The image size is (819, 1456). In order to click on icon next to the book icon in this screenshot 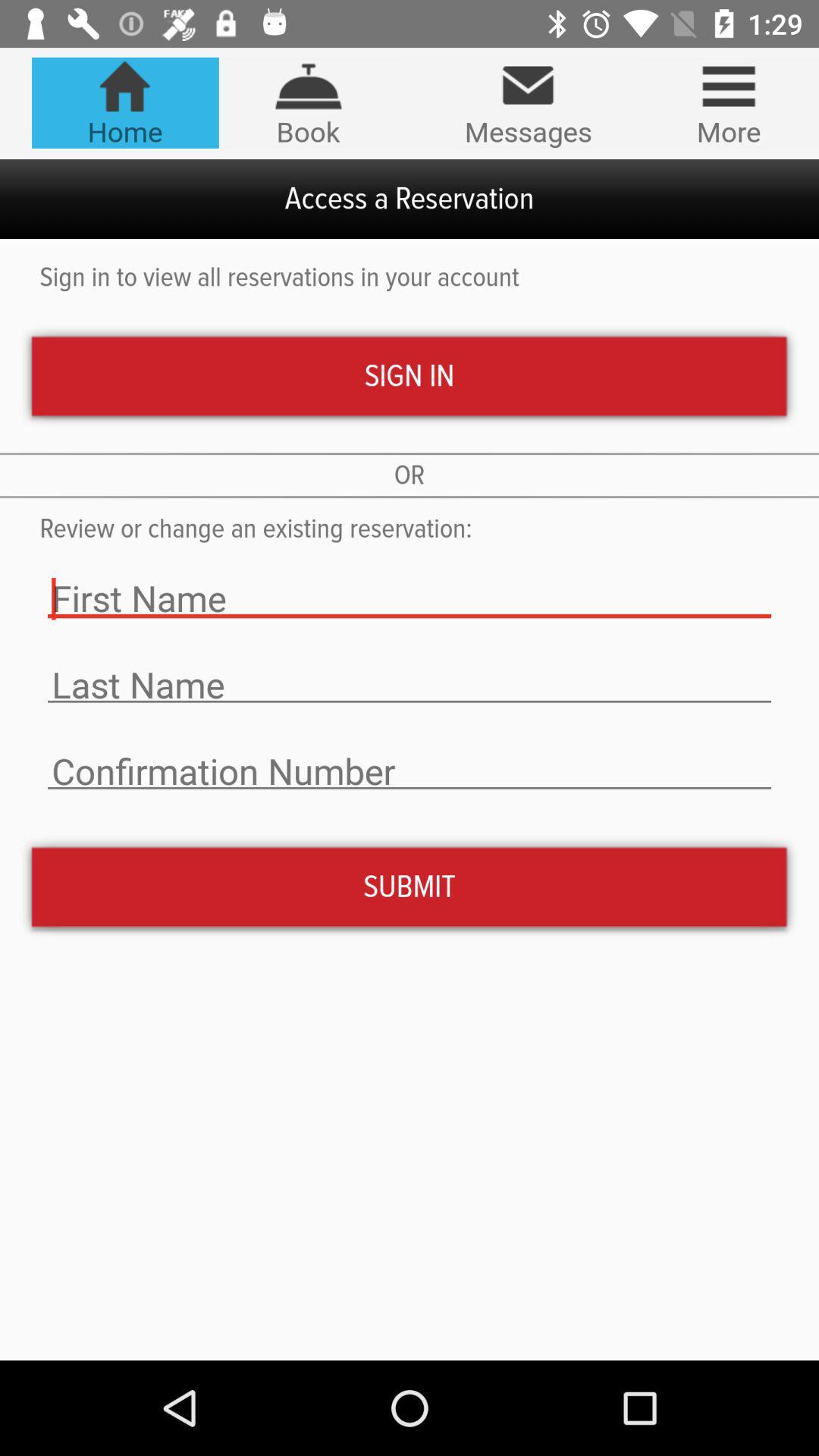, I will do `click(527, 102)`.